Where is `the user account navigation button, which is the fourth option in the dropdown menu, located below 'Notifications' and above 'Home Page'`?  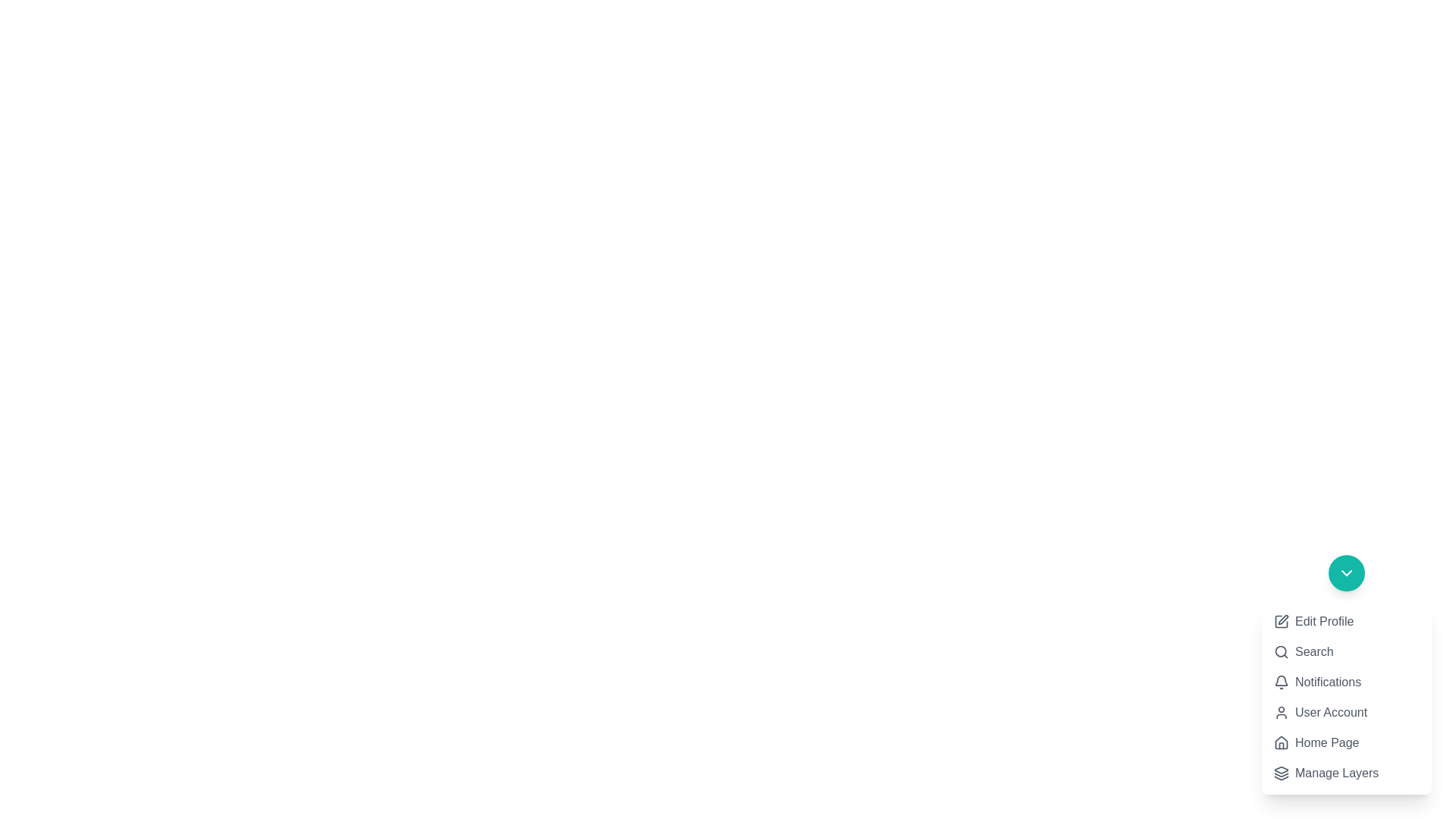 the user account navigation button, which is the fourth option in the dropdown menu, located below 'Notifications' and above 'Home Page' is located at coordinates (1319, 713).